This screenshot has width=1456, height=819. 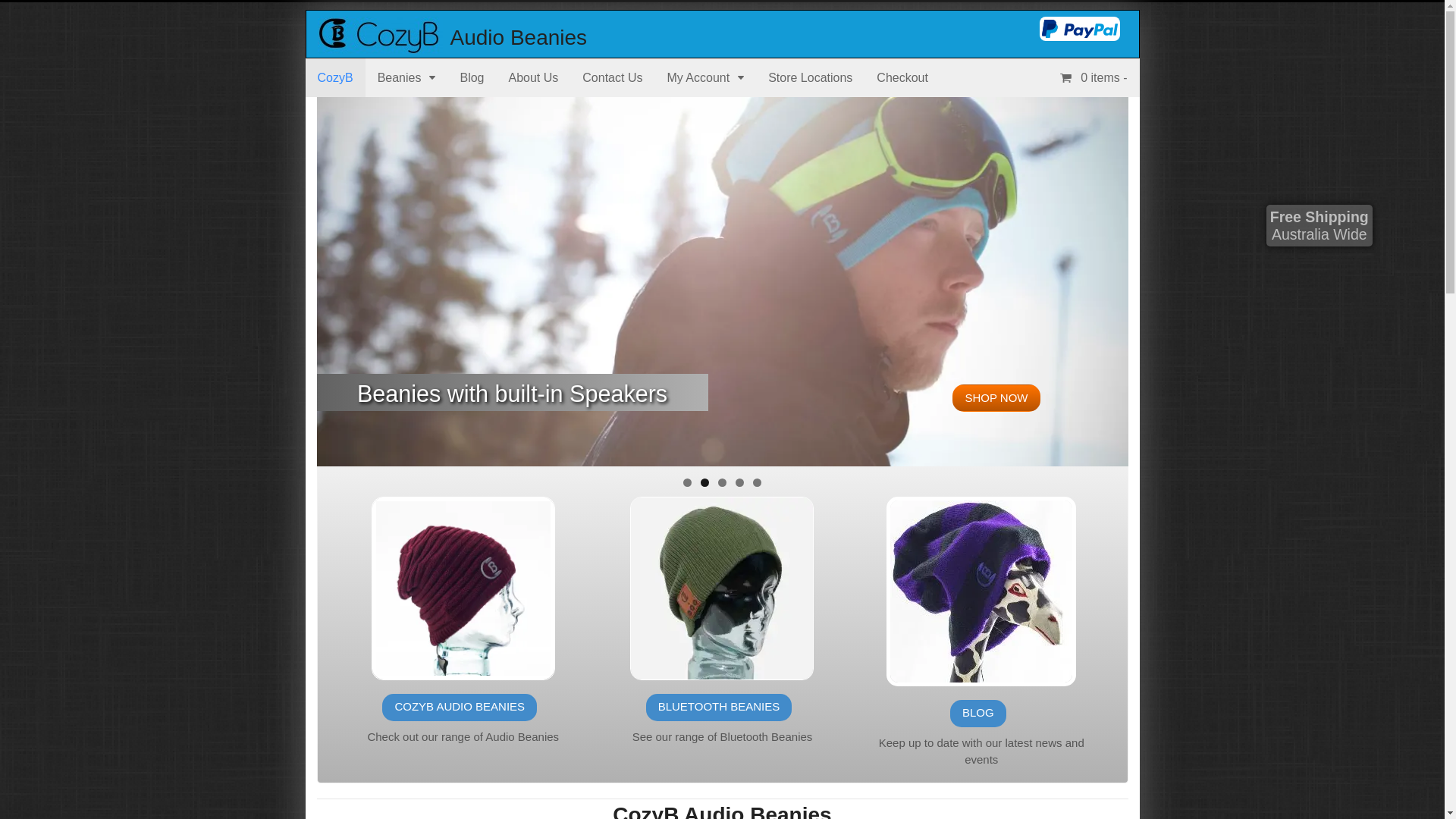 What do you see at coordinates (379, 45) in the screenshot?
I see `'Get Cozy'` at bounding box center [379, 45].